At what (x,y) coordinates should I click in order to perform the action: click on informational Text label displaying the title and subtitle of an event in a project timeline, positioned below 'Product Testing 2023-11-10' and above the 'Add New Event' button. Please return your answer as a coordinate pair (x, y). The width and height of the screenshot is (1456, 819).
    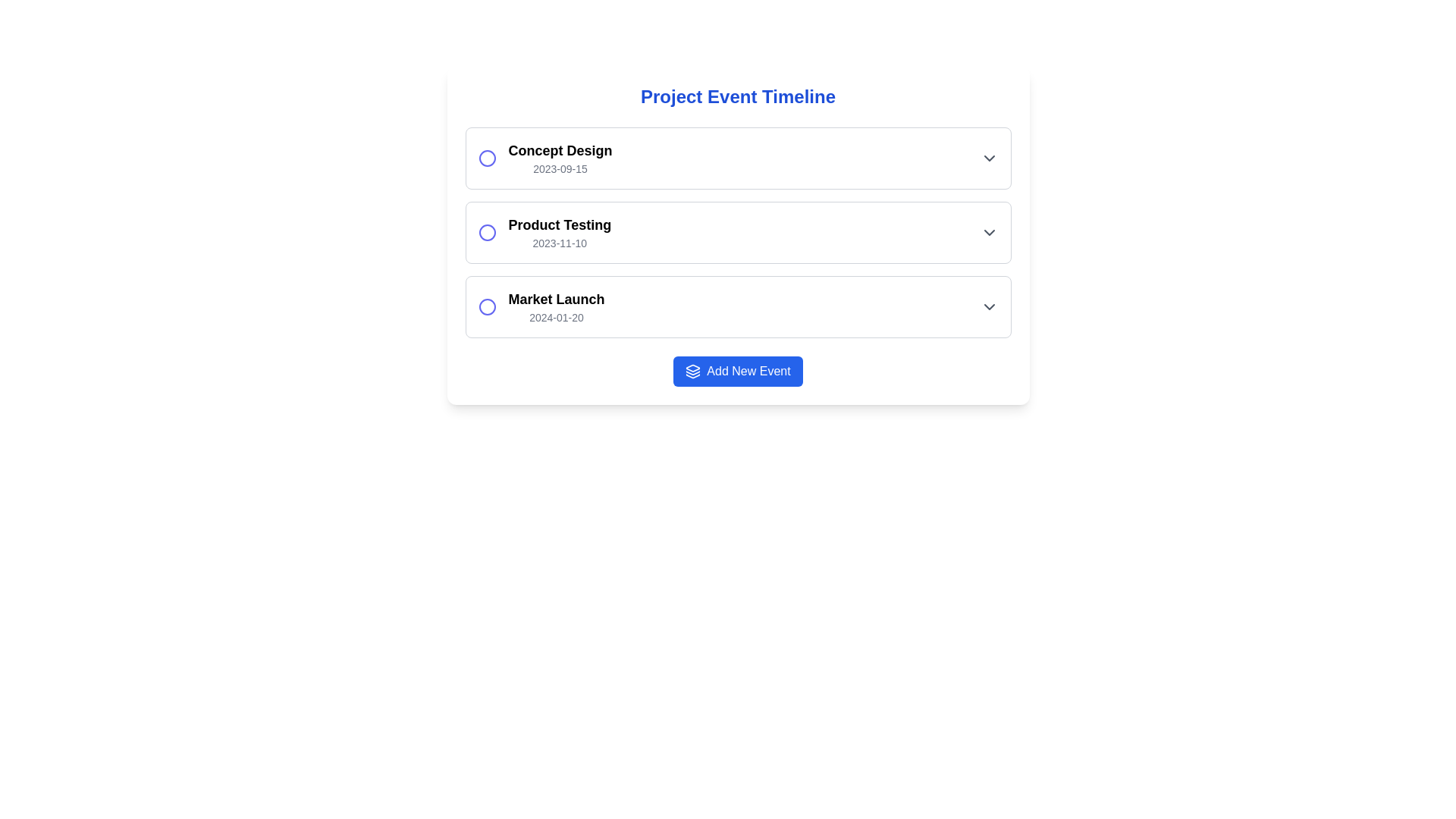
    Looking at the image, I should click on (556, 307).